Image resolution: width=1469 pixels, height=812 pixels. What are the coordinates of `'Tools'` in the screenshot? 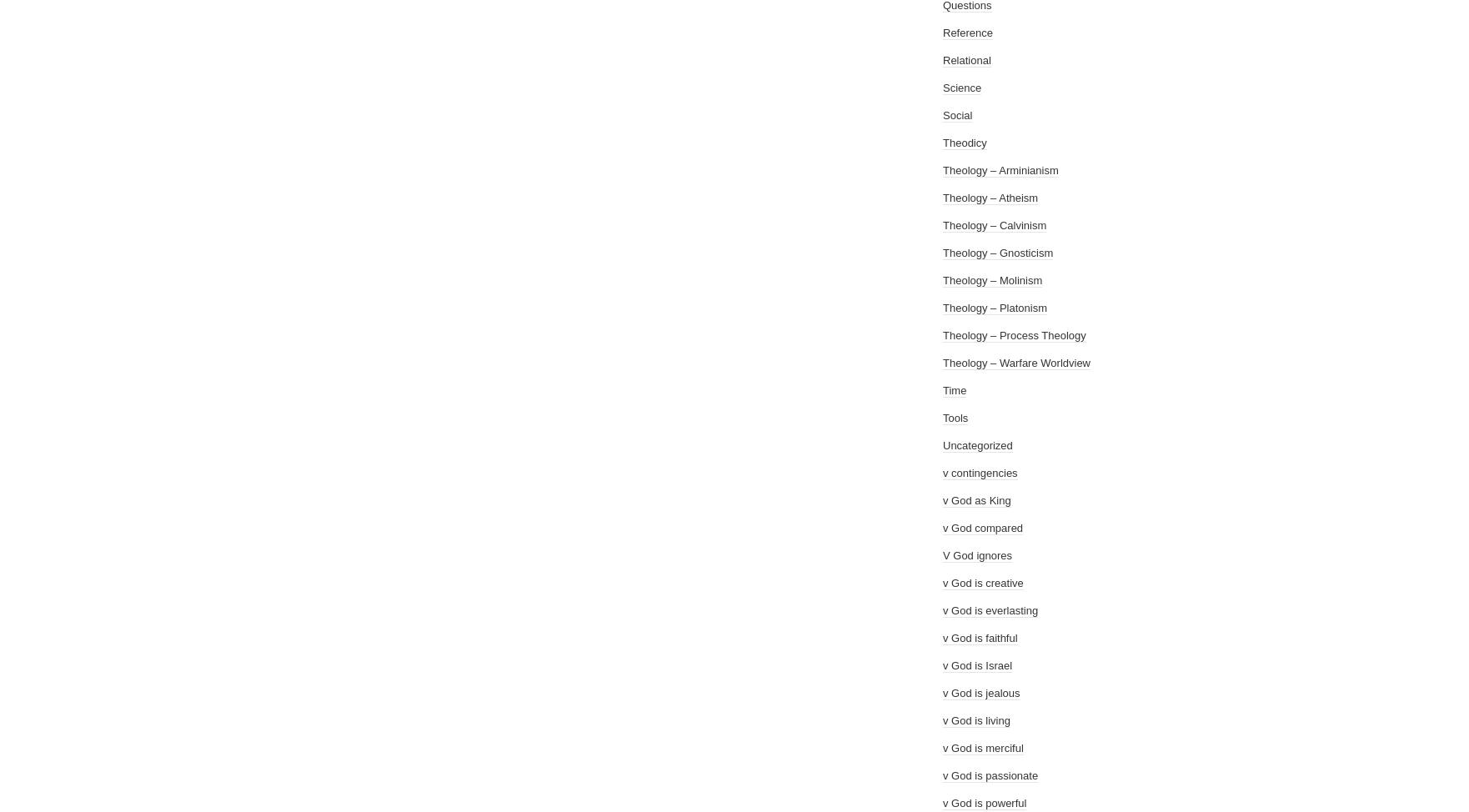 It's located at (955, 418).